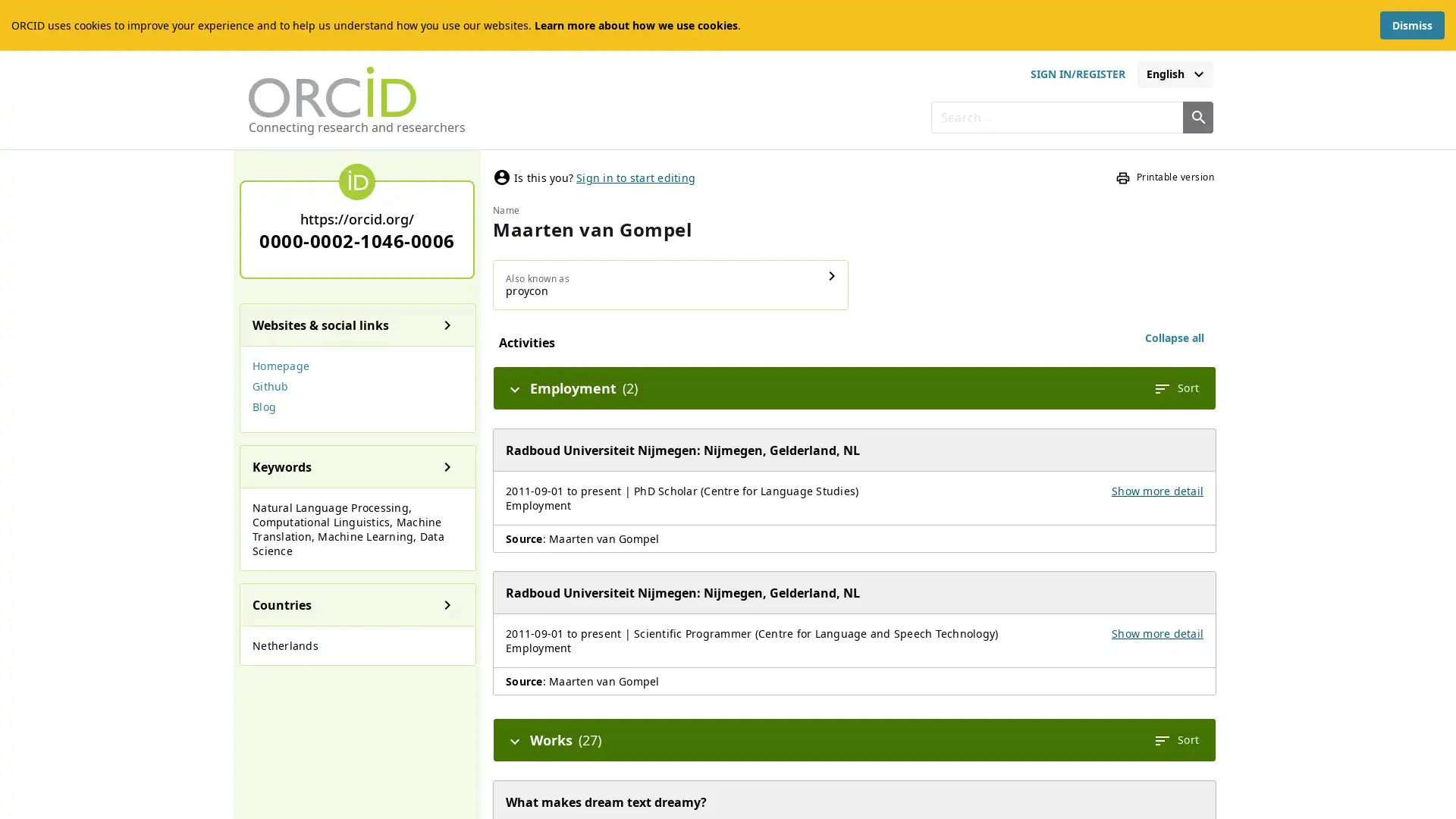  I want to click on Show details, so click(832, 275).